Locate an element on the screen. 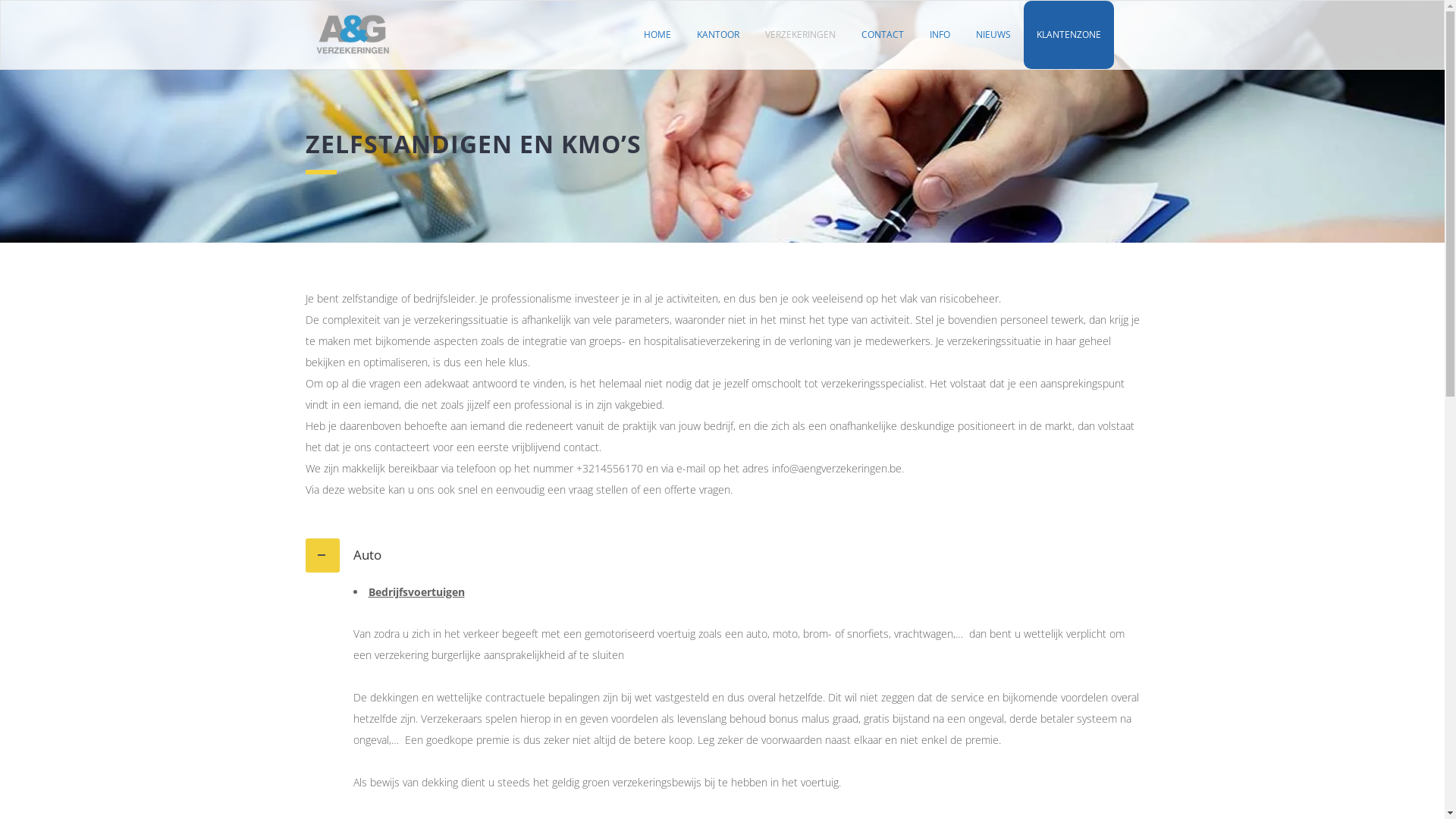  'HOME' is located at coordinates (630, 34).